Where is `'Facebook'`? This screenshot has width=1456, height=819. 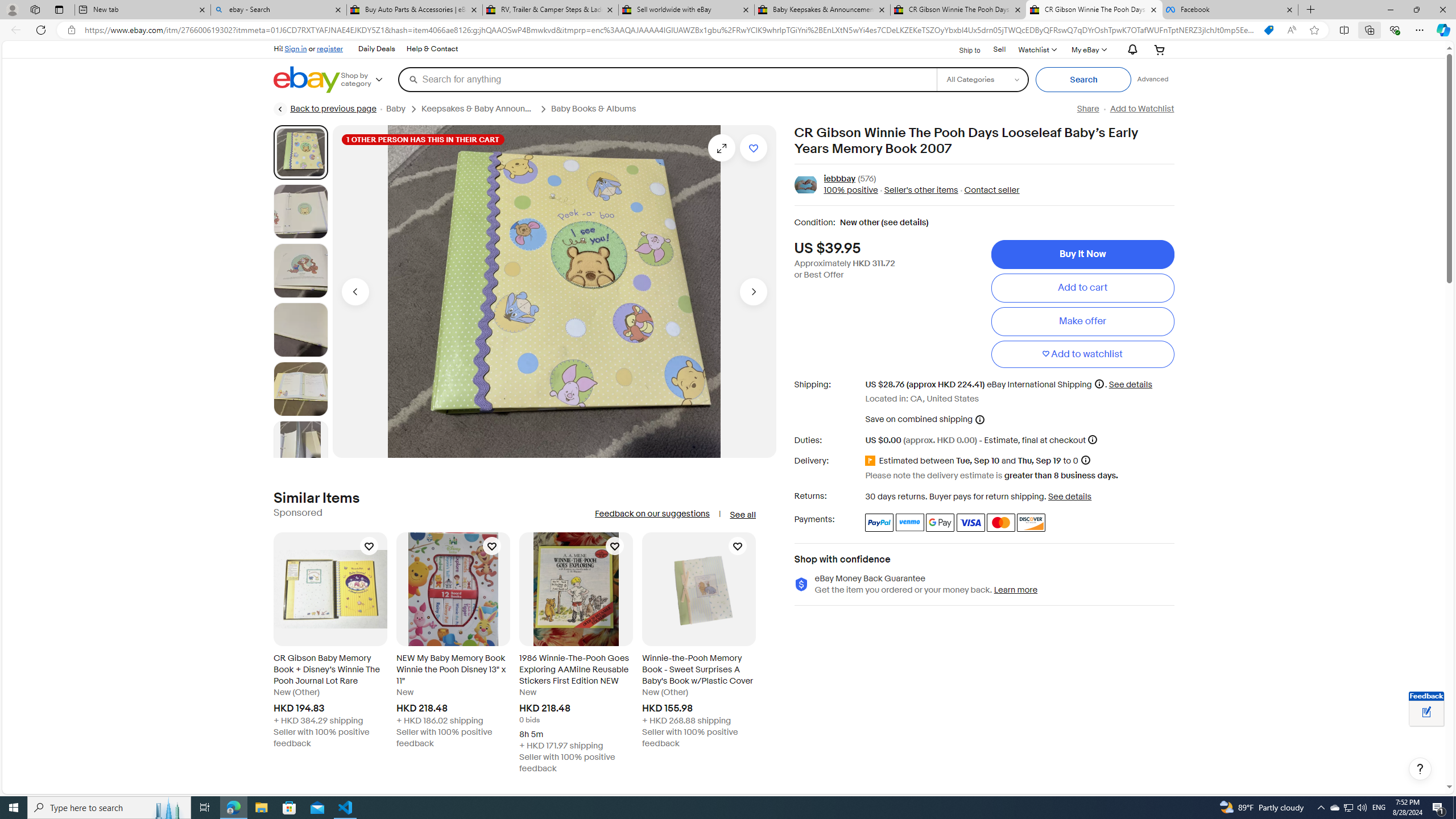 'Facebook' is located at coordinates (1230, 9).